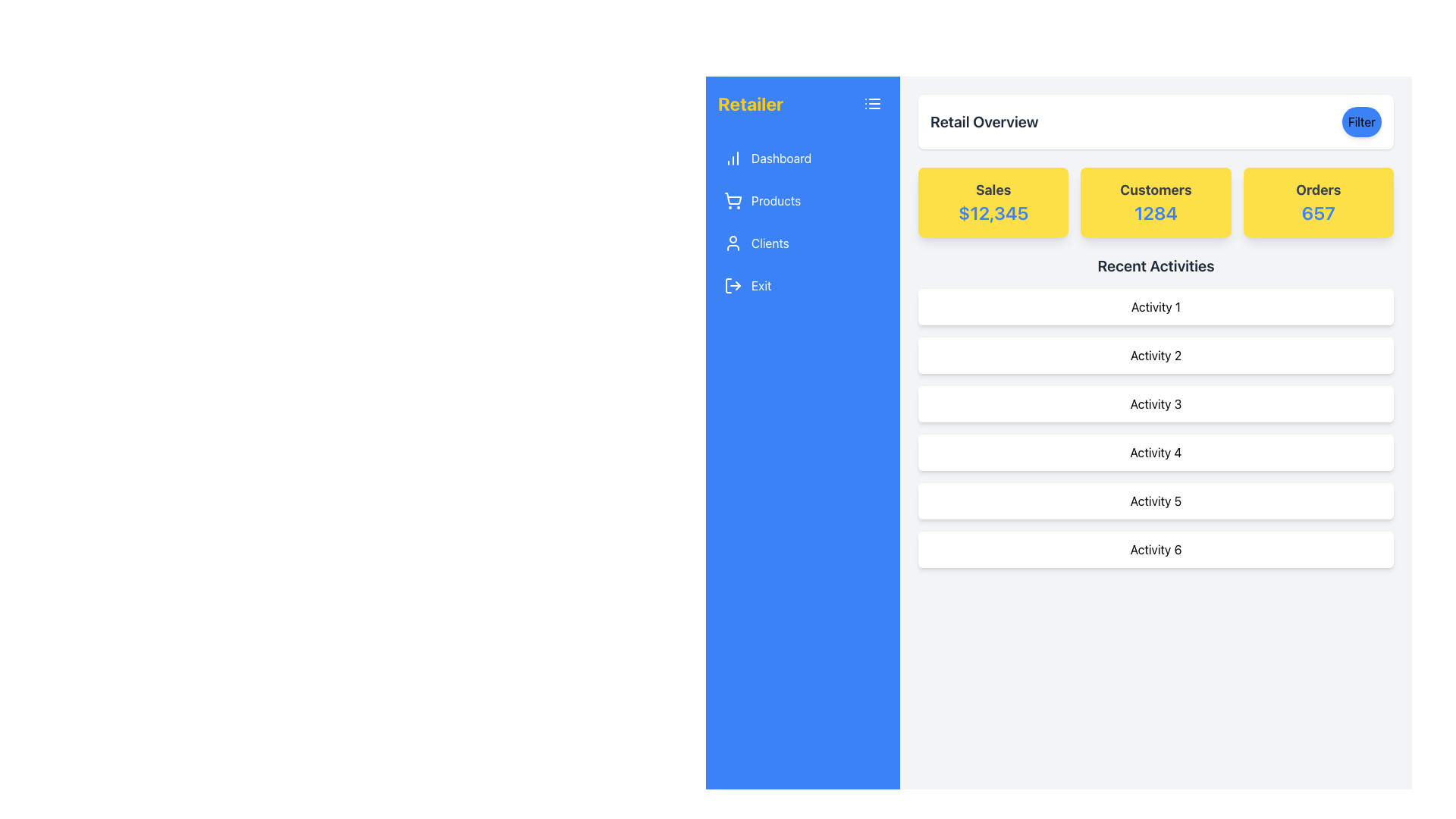 This screenshot has height=819, width=1456. What do you see at coordinates (873, 103) in the screenshot?
I see `the small rectangular button with a 'list'-style icon located in the upper-right corner of the blue sidebar` at bounding box center [873, 103].